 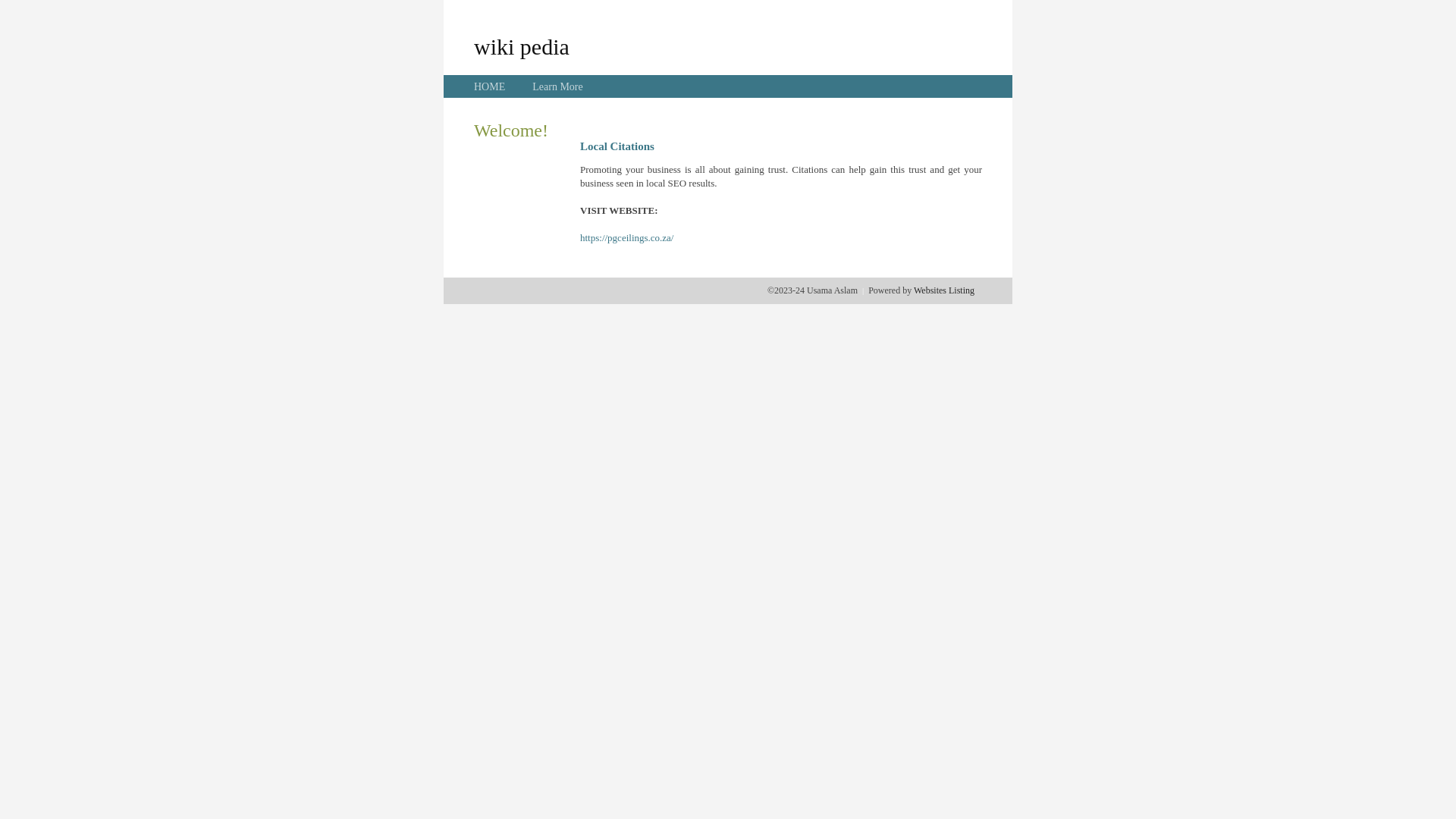 I want to click on 'wiki pedia', so click(x=472, y=45).